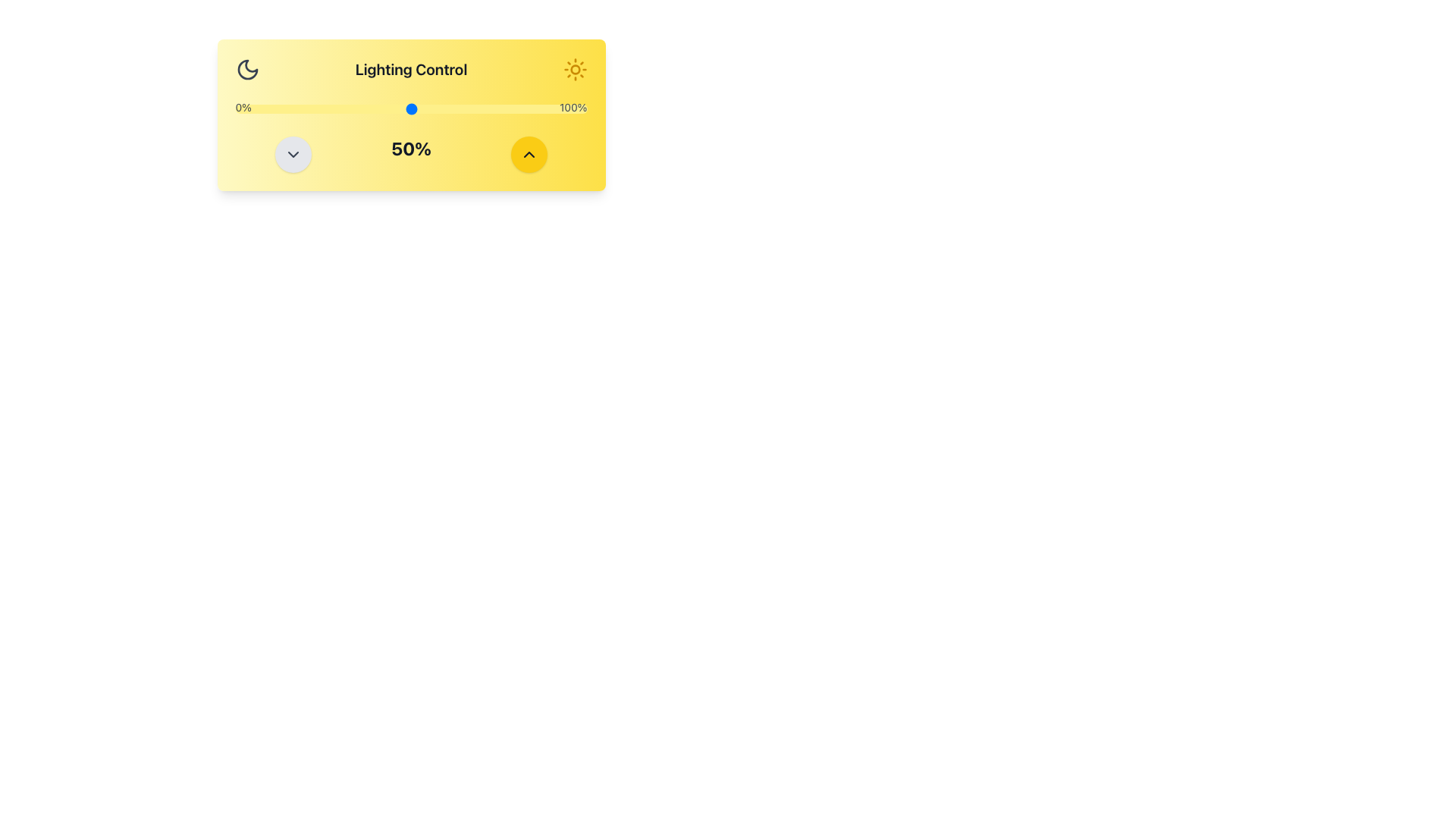 The height and width of the screenshot is (819, 1456). Describe the element at coordinates (247, 70) in the screenshot. I see `the 'moon' icon in the 'Lighting Control' section header, which indicates night mode` at that location.